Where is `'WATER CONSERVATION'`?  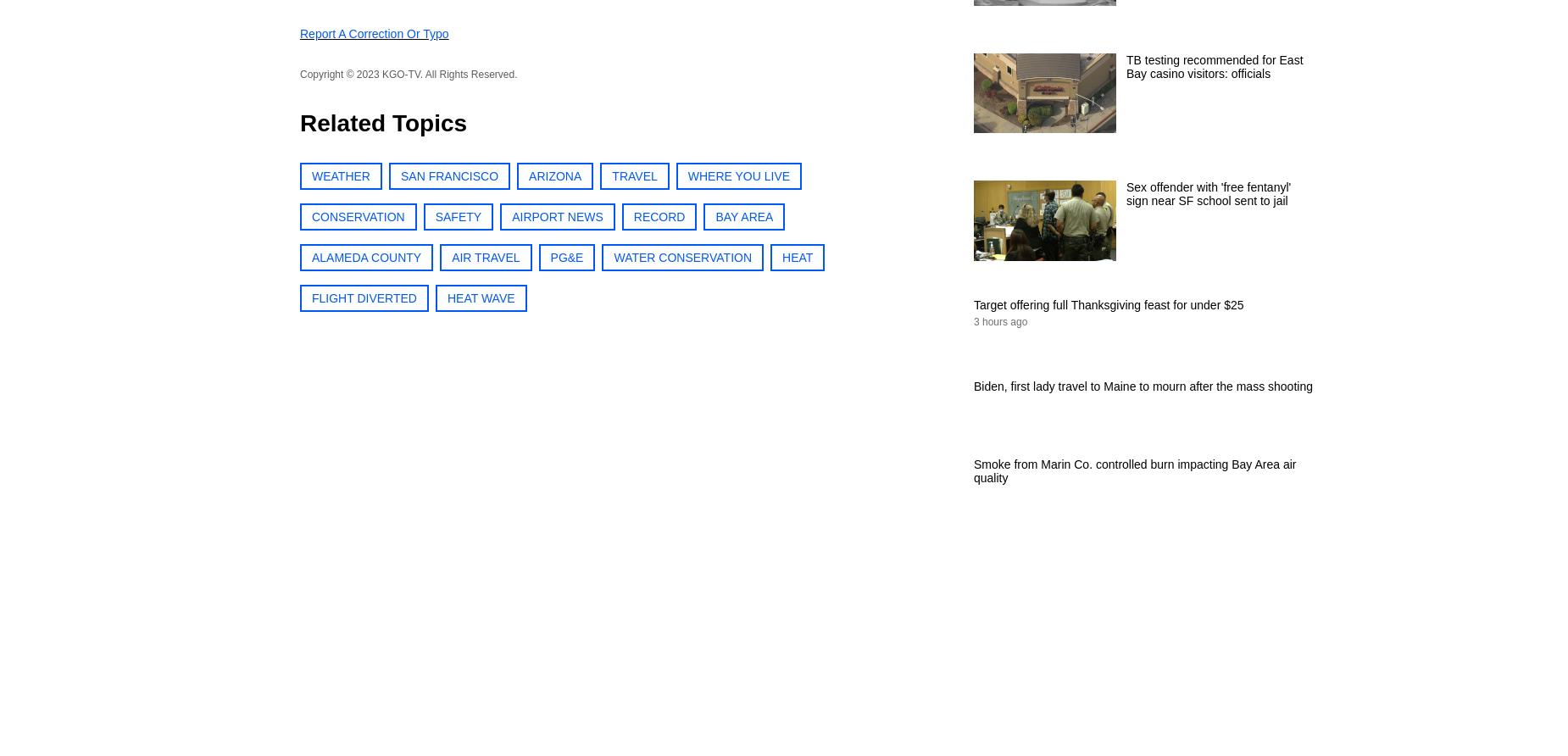 'WATER CONSERVATION' is located at coordinates (682, 257).